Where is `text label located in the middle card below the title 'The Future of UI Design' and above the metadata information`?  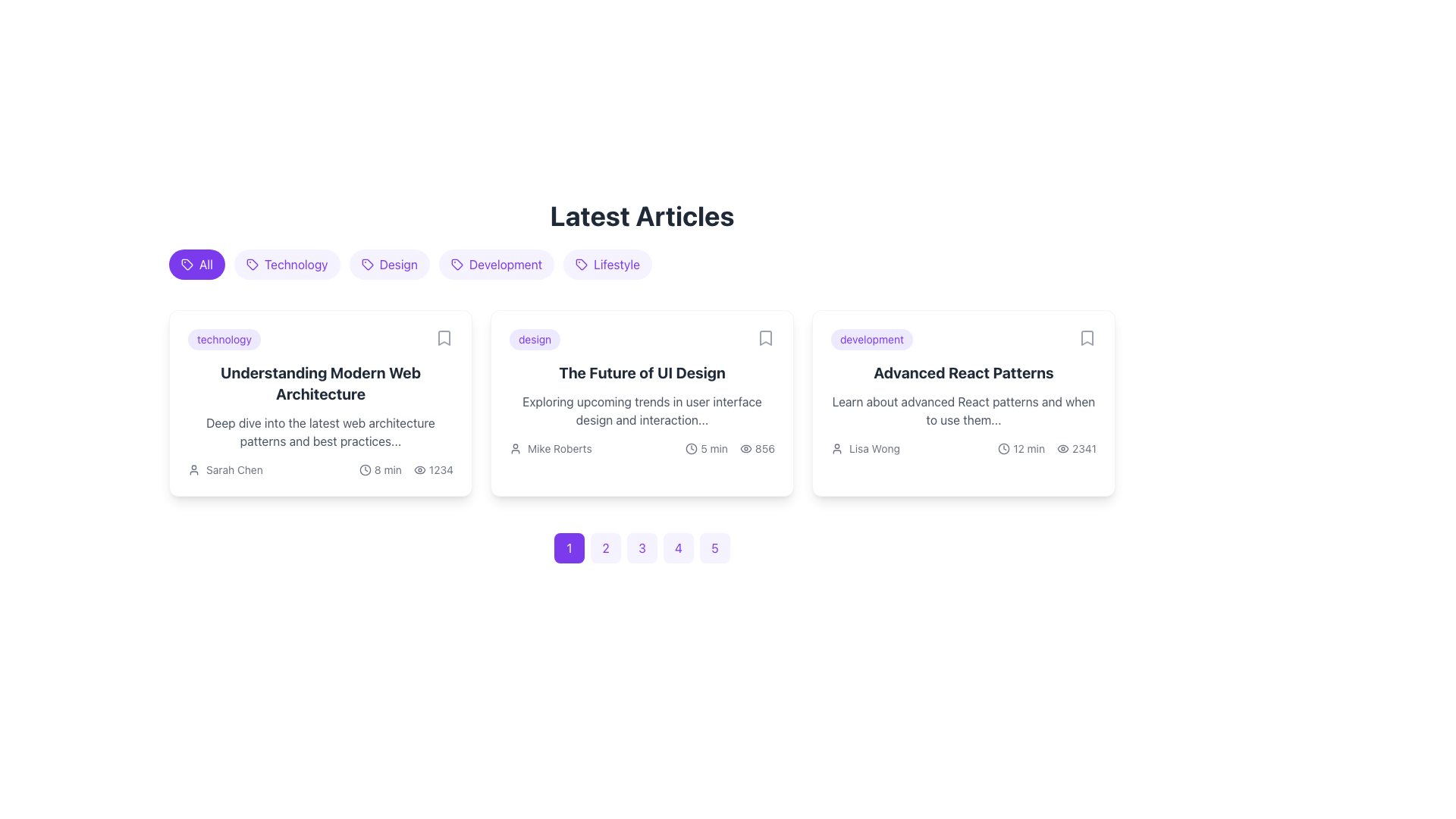
text label located in the middle card below the title 'The Future of UI Design' and above the metadata information is located at coordinates (642, 411).